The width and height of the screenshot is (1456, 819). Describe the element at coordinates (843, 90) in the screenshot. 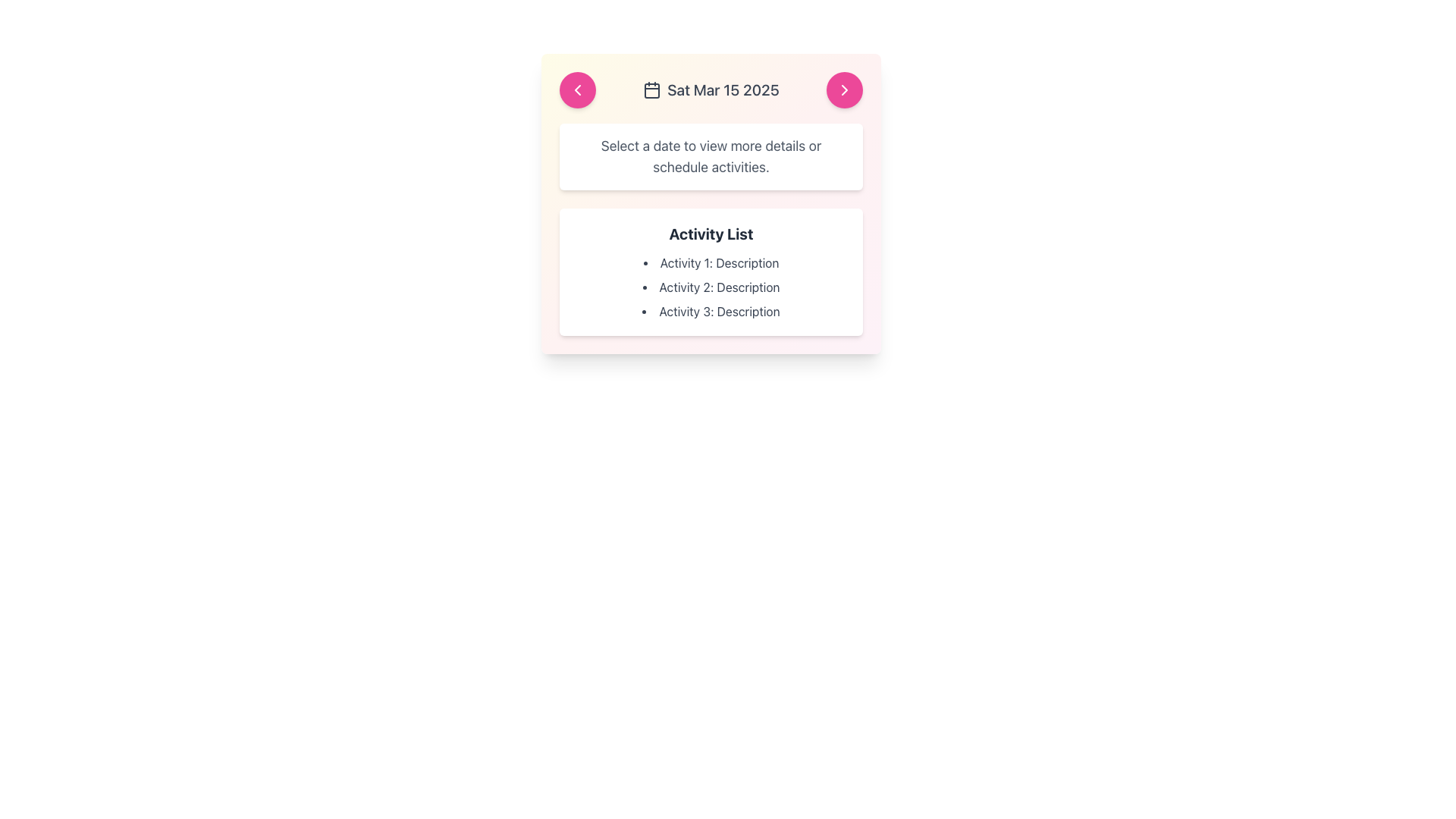

I see `the right-facing chevron button located at the top-right of the card layout` at that location.